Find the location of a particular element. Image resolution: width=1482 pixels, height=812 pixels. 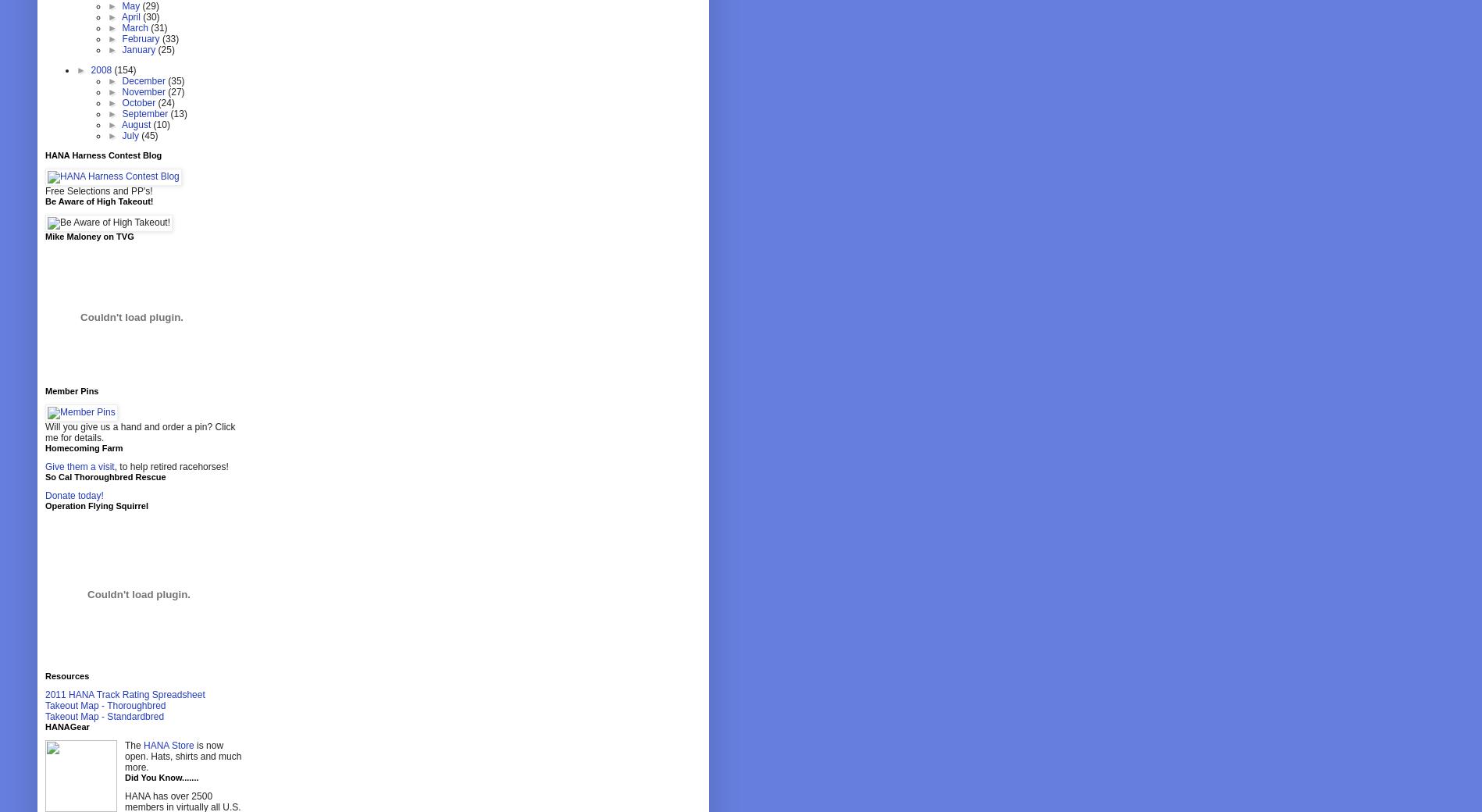

'November' is located at coordinates (144, 91).